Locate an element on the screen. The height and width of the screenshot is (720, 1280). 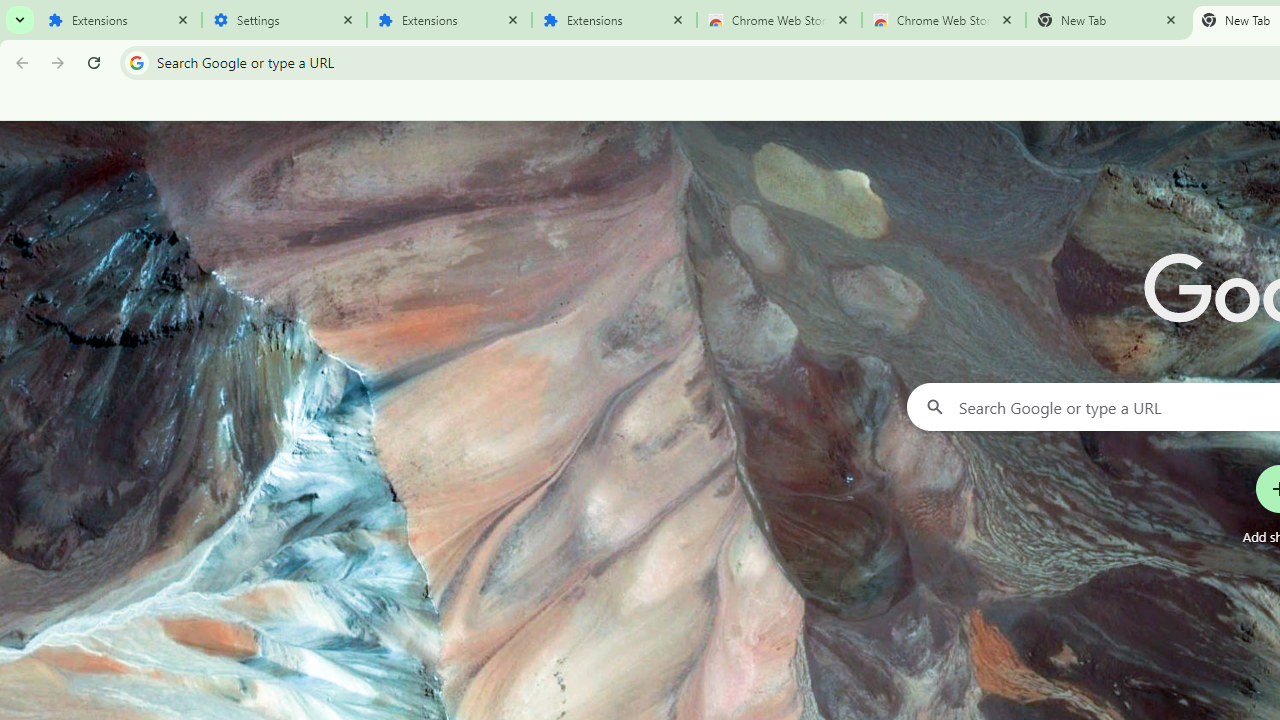
'Settings' is located at coordinates (283, 20).